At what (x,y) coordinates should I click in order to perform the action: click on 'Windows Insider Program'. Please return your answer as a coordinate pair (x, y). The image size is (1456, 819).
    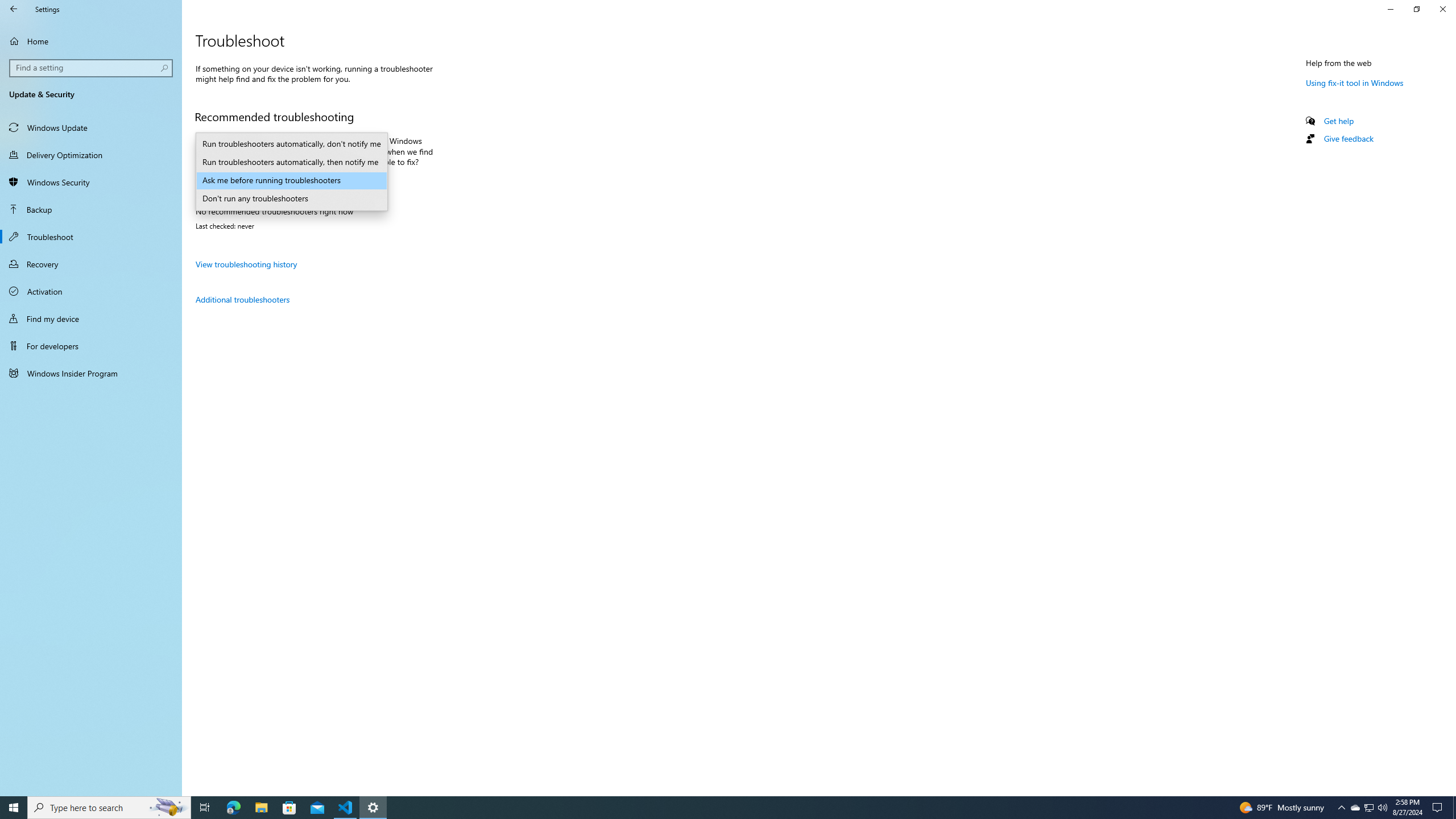
    Looking at the image, I should click on (90, 372).